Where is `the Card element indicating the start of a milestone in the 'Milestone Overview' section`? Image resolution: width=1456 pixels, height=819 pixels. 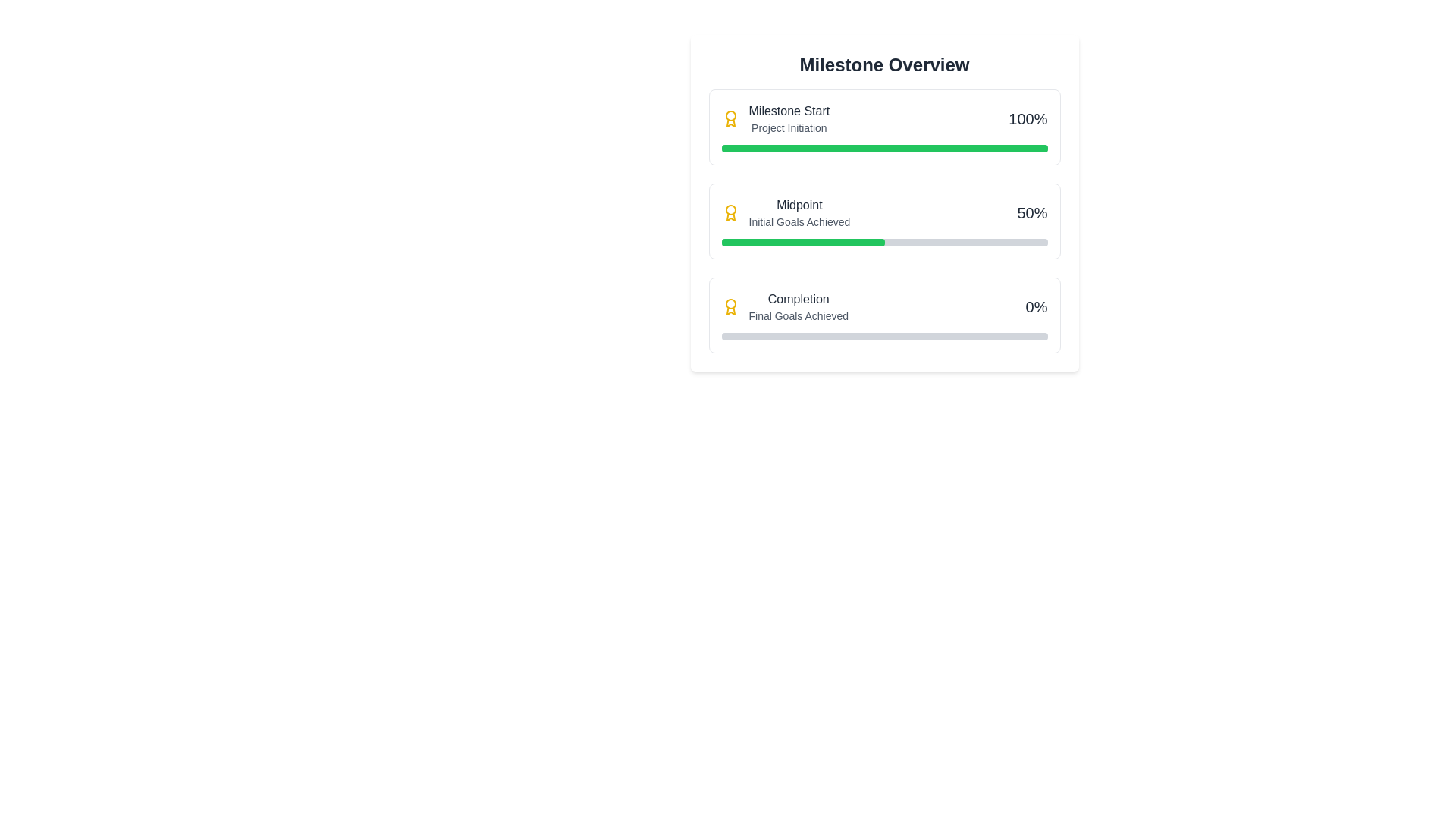 the Card element indicating the start of a milestone in the 'Milestone Overview' section is located at coordinates (775, 118).